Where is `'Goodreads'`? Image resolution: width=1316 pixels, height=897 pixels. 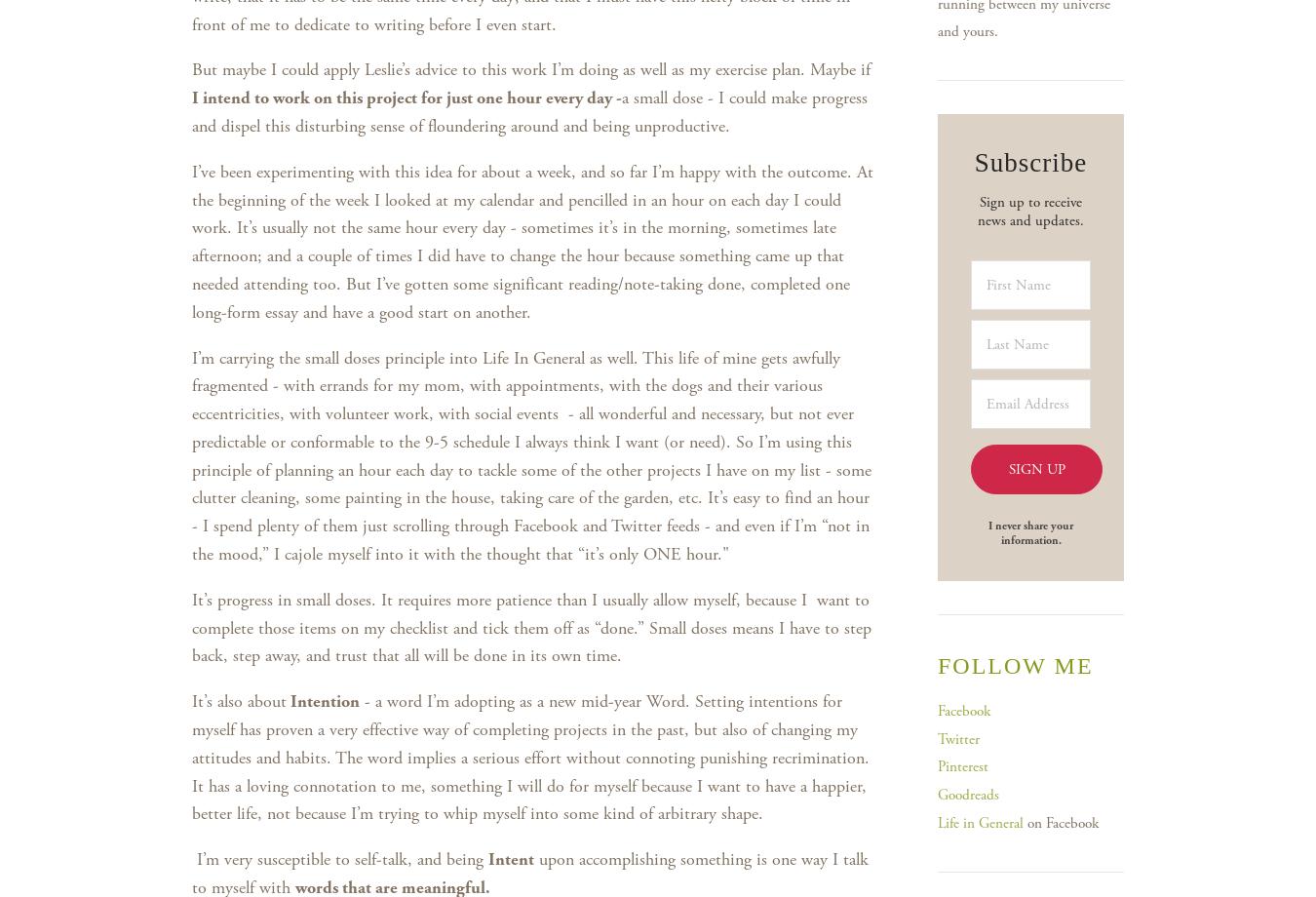
'Goodreads' is located at coordinates (967, 794).